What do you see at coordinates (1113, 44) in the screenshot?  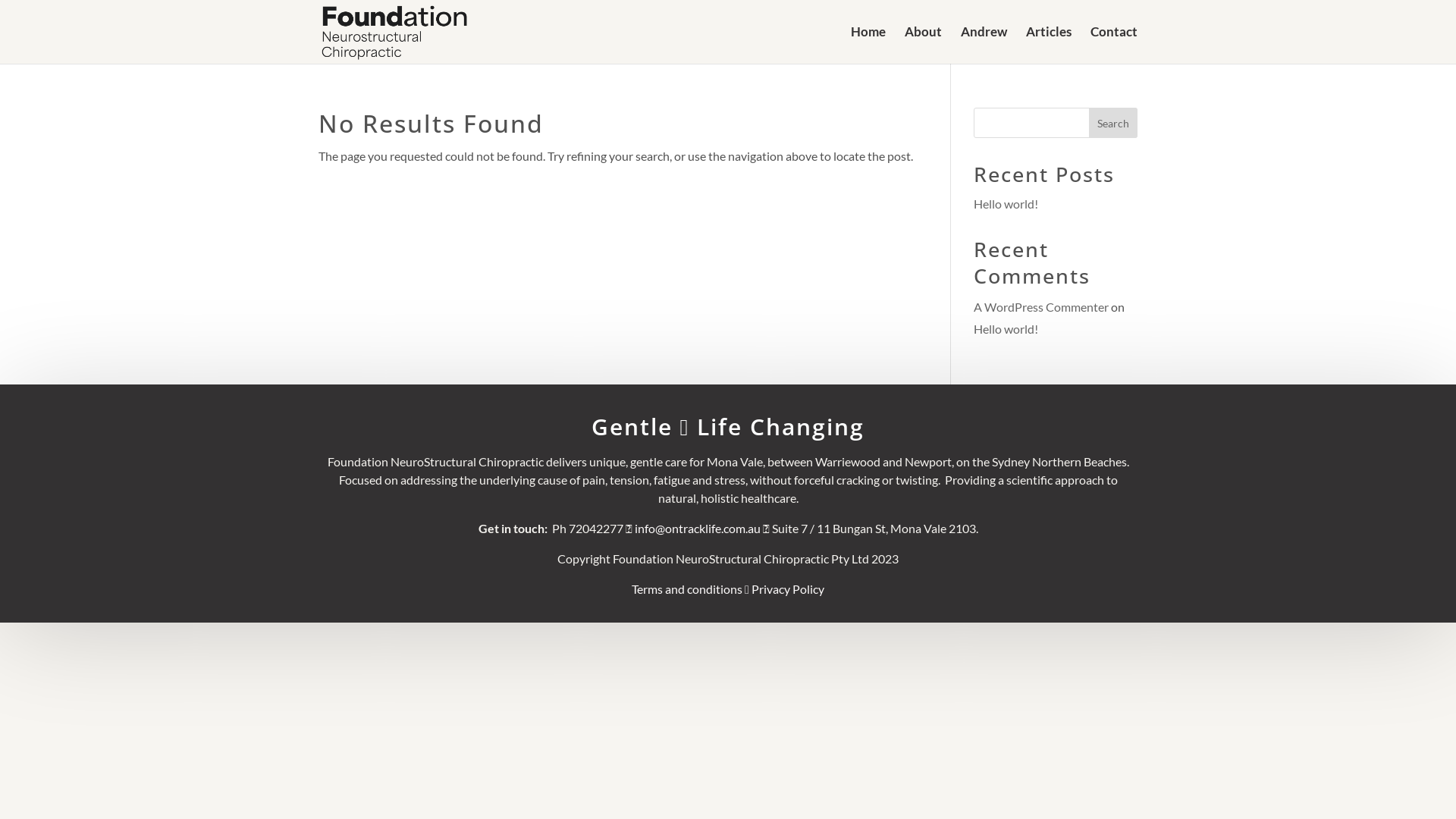 I see `'Contact'` at bounding box center [1113, 44].